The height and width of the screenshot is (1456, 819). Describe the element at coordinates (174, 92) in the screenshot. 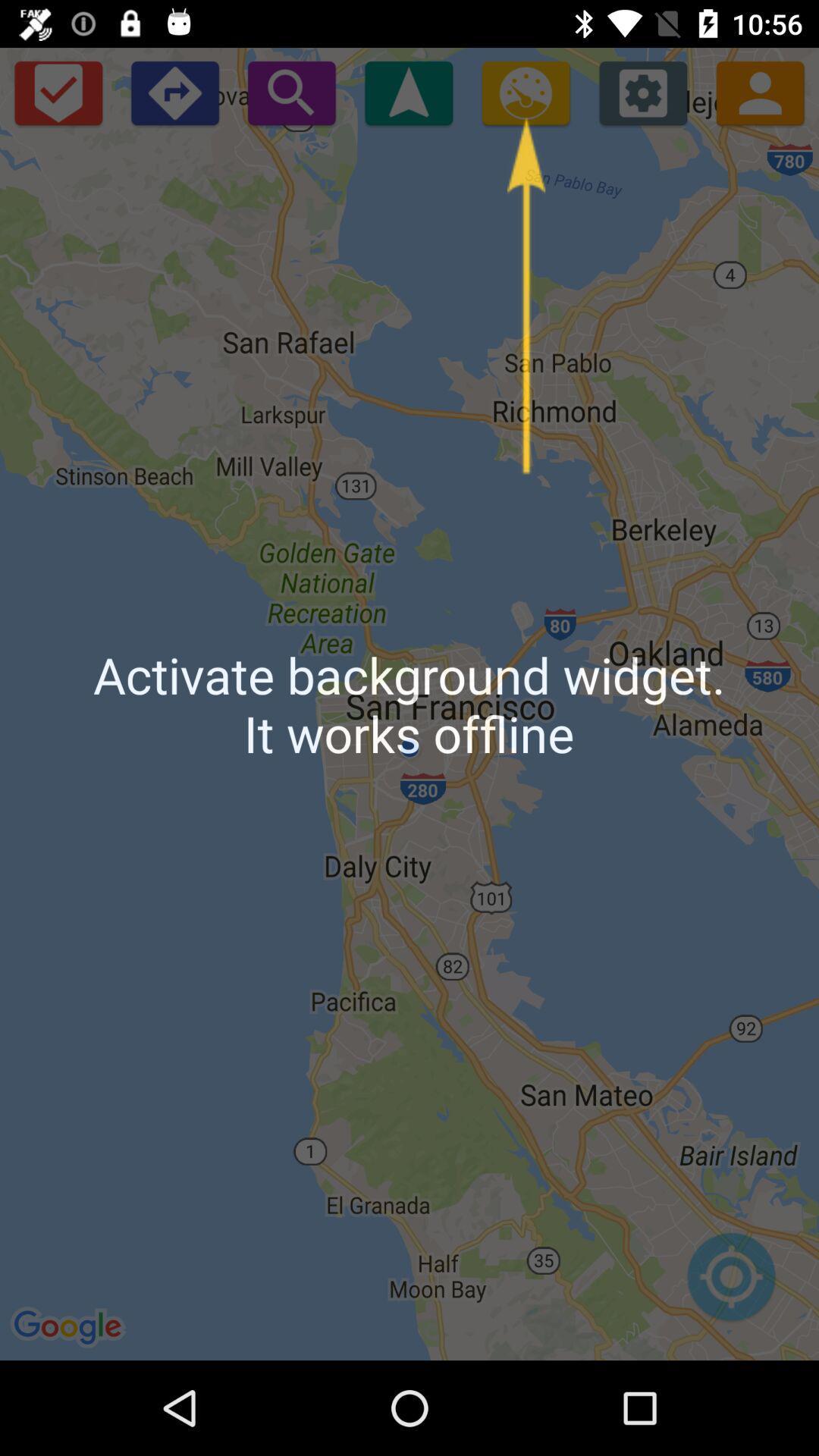

I see `directions` at that location.